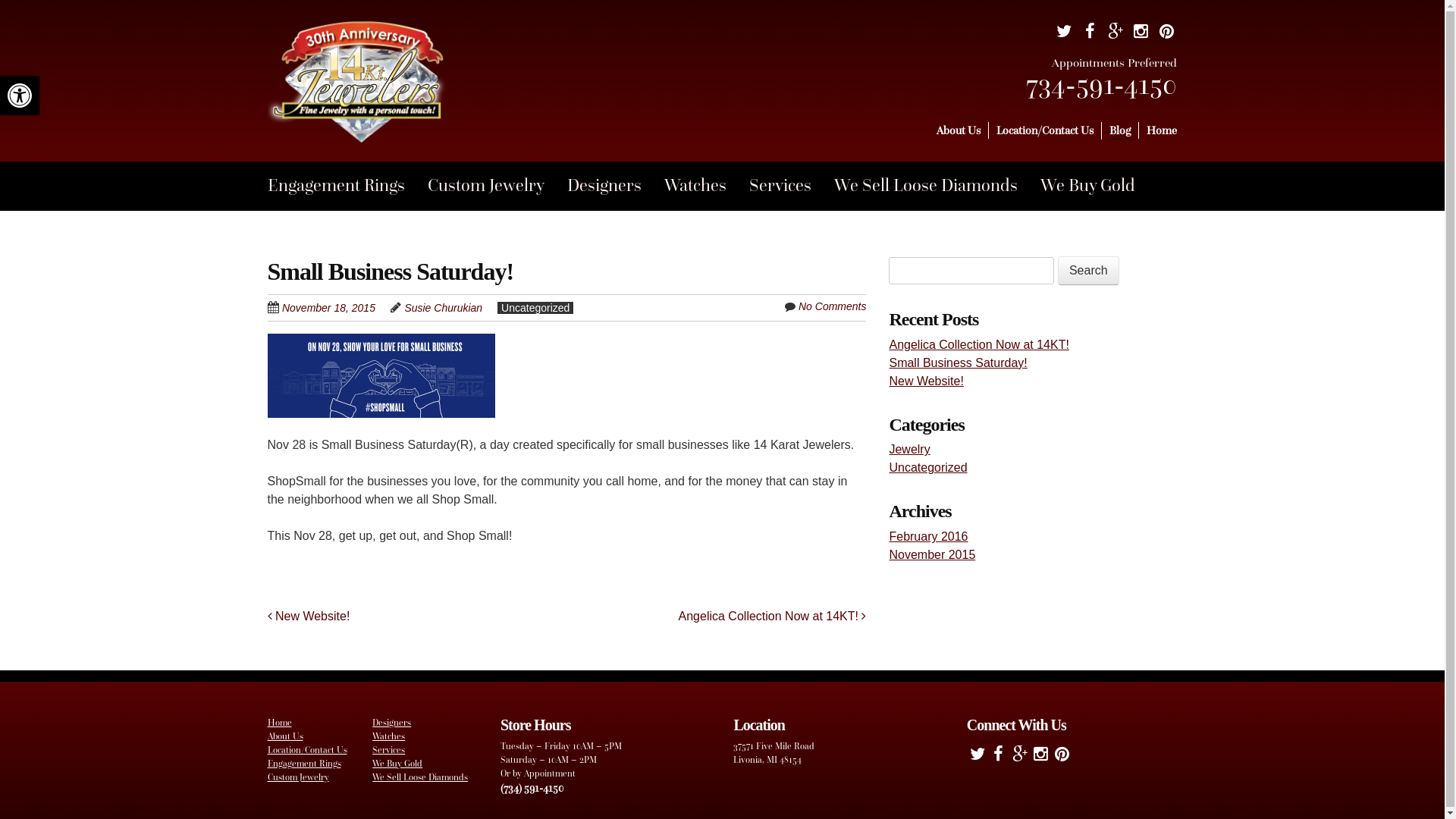 Image resolution: width=1456 pixels, height=819 pixels. Describe the element at coordinates (1051, 757) in the screenshot. I see `'Follow me on Pinterest'` at that location.